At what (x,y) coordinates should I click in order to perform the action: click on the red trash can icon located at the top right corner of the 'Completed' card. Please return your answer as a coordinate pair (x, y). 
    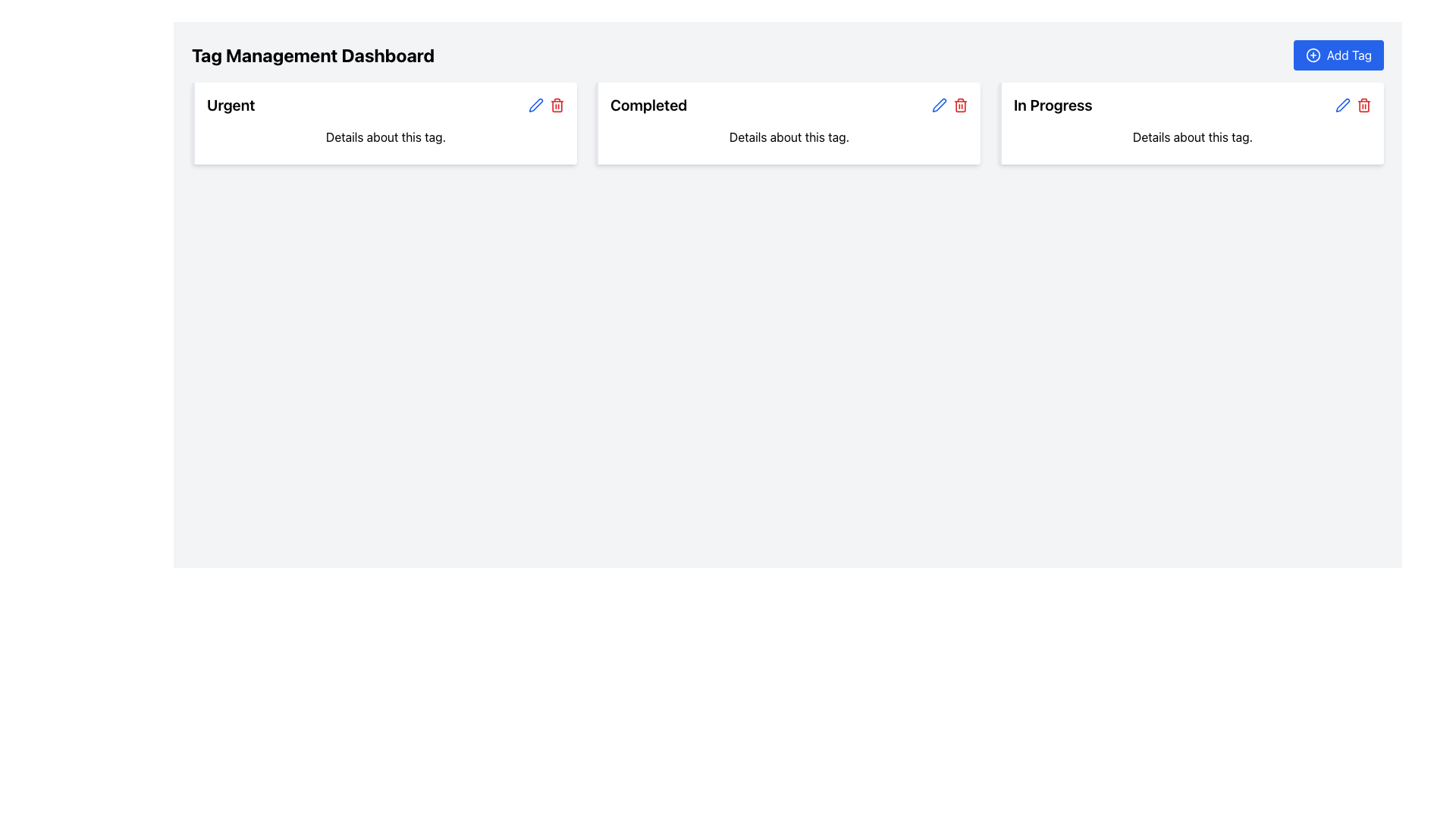
    Looking at the image, I should click on (949, 104).